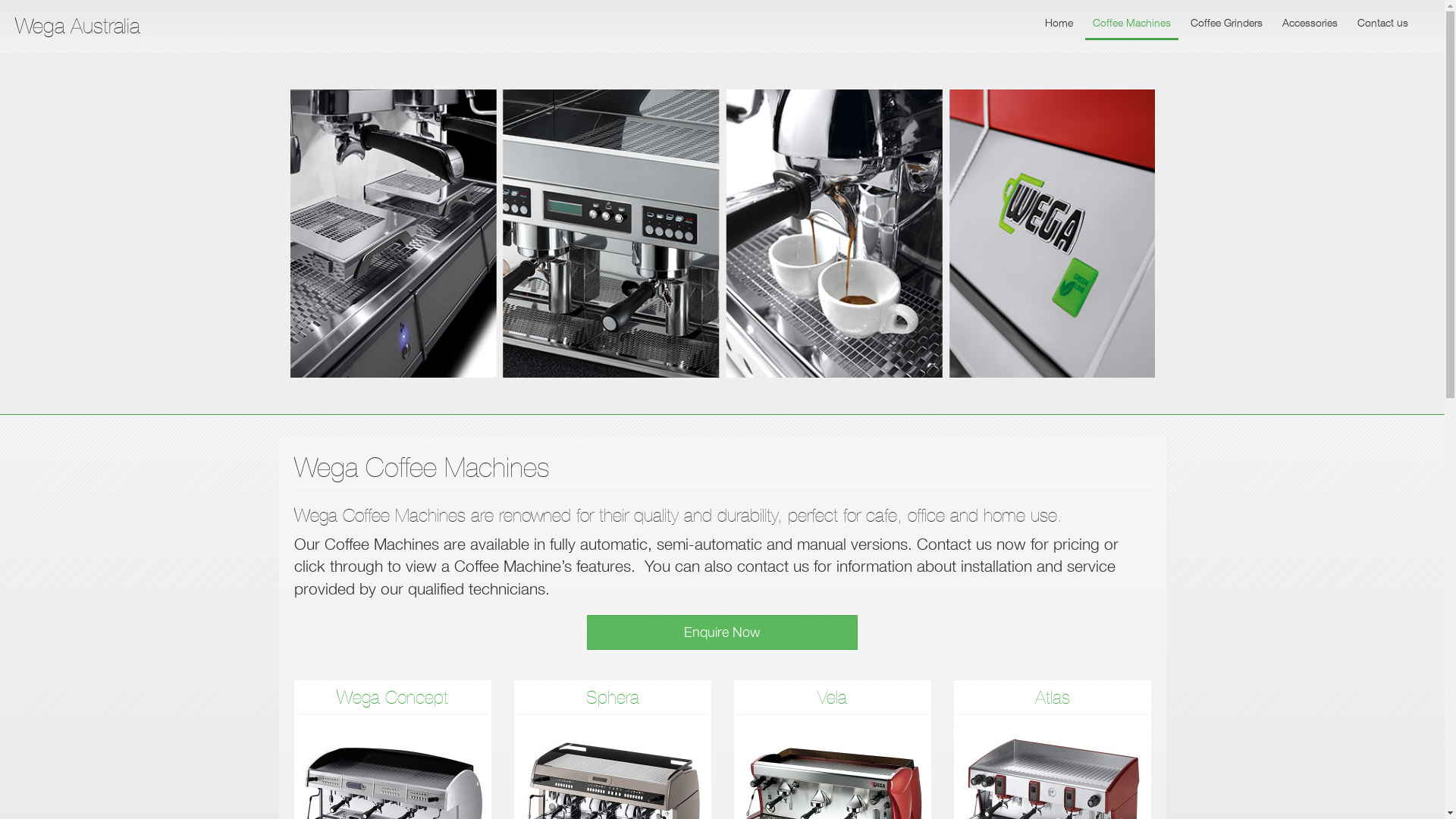  Describe the element at coordinates (1309, 24) in the screenshot. I see `'Accessories'` at that location.